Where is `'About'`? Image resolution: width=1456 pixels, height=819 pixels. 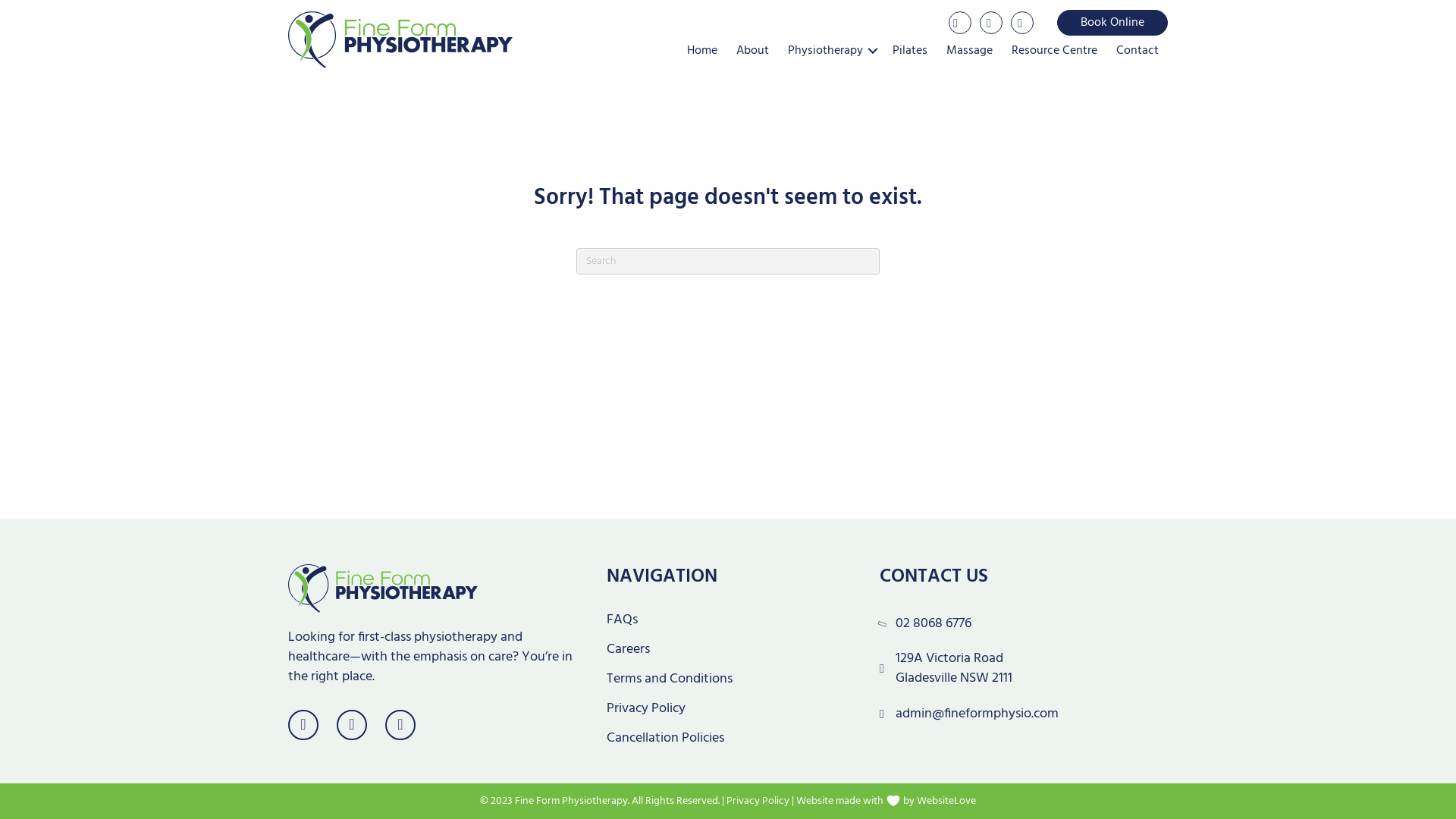 'About' is located at coordinates (752, 49).